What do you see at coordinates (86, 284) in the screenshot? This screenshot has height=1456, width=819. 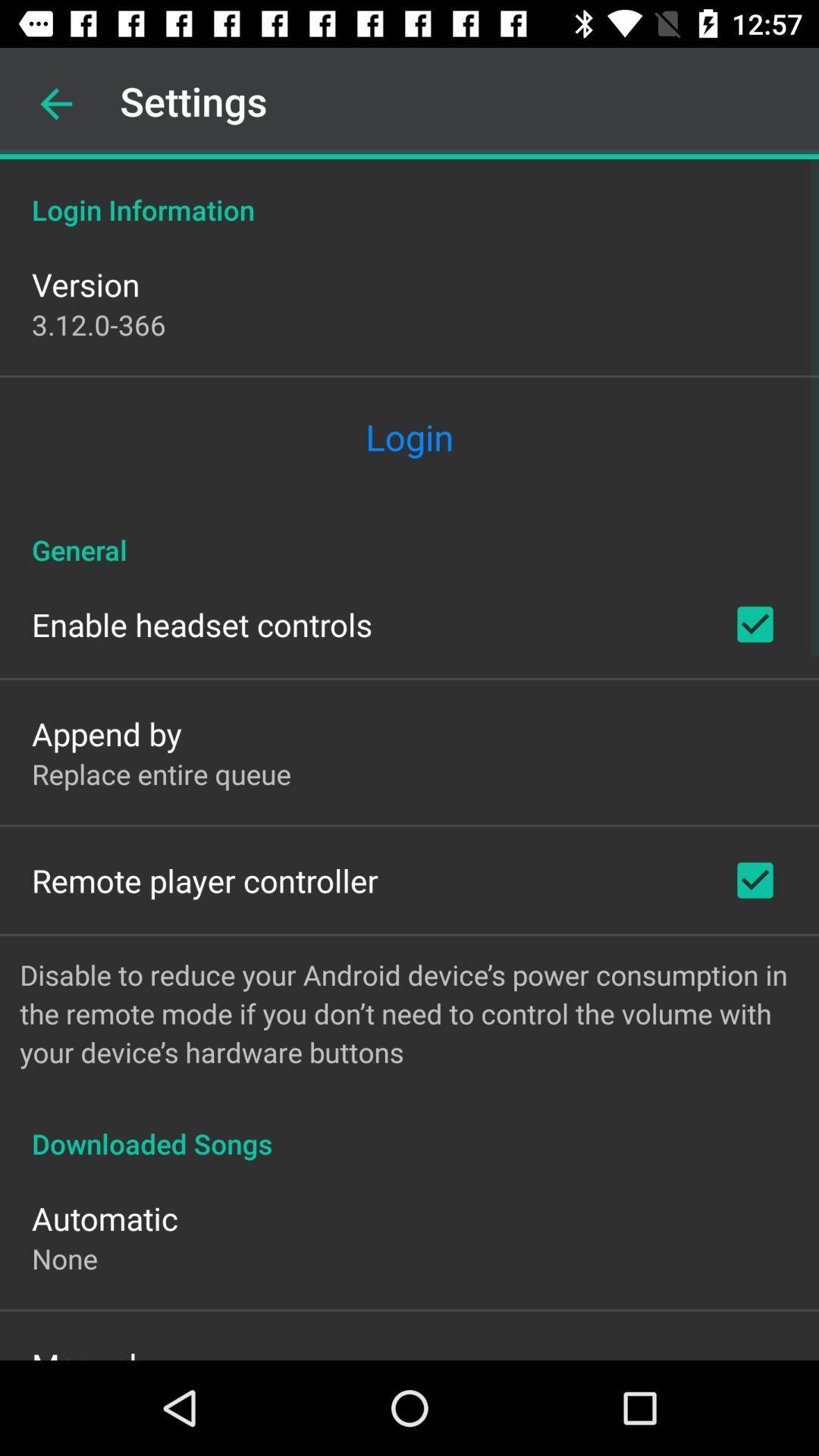 I see `version item` at bounding box center [86, 284].